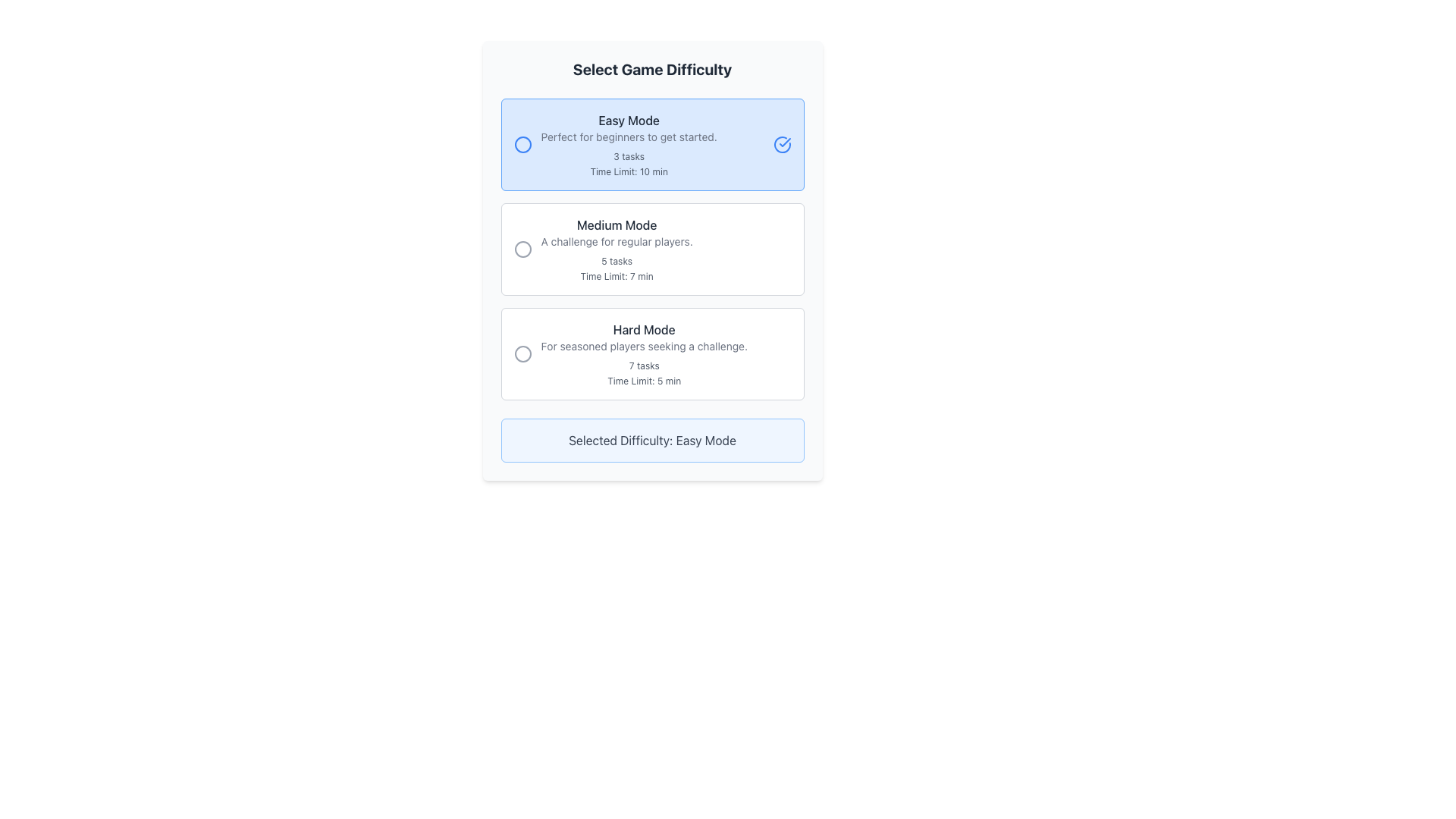 The height and width of the screenshot is (819, 1456). What do you see at coordinates (617, 241) in the screenshot?
I see `the static text element reading 'A challenge for regular players.' which is located directly below the 'Medium Mode' heading` at bounding box center [617, 241].